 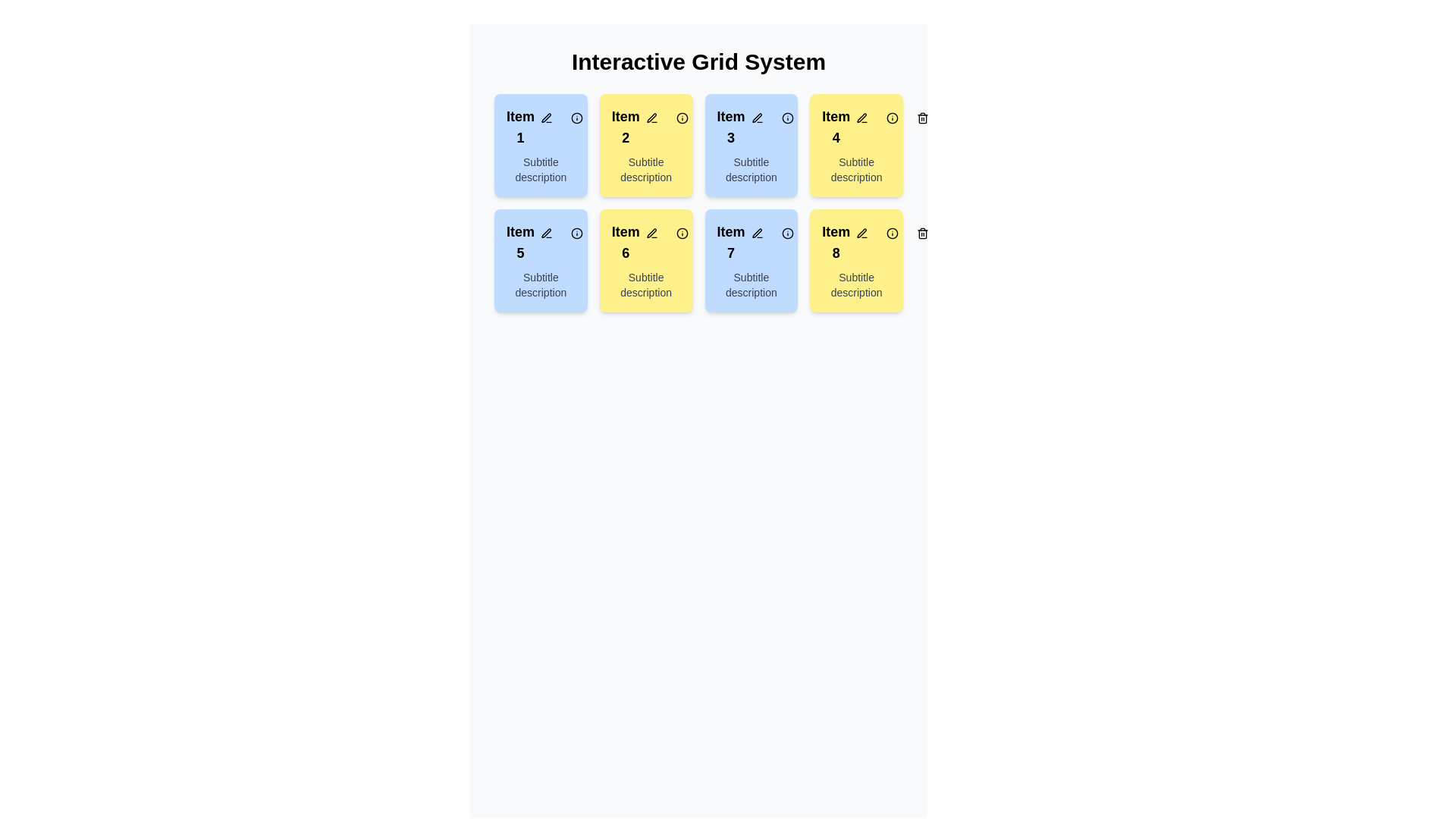 What do you see at coordinates (681, 234) in the screenshot?
I see `the circular icon button located to the right of the small pencil icon within the 'Item 6' card` at bounding box center [681, 234].